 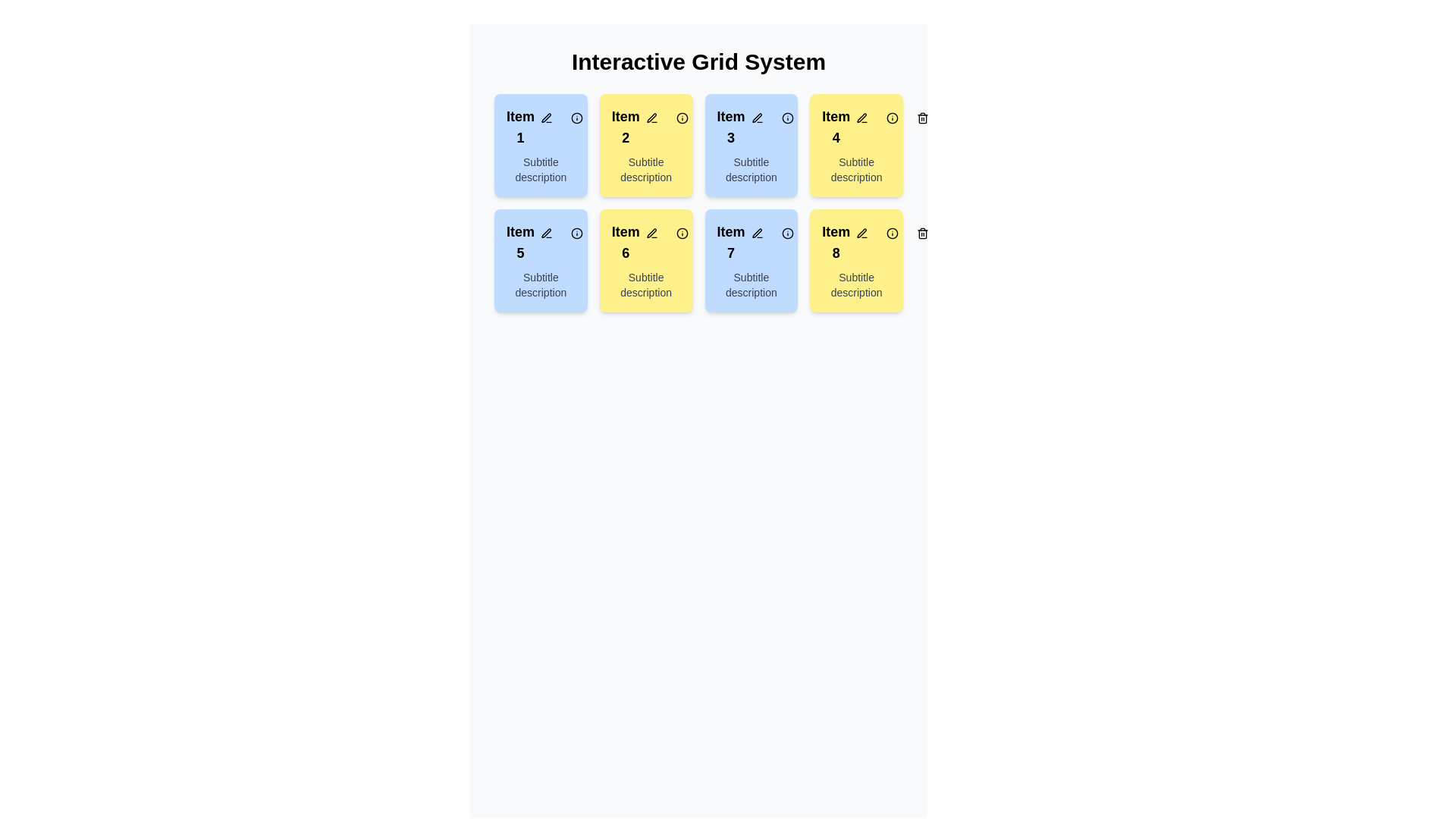 What do you see at coordinates (681, 234) in the screenshot?
I see `the circular icon button located to the right of the small pencil icon within the 'Item 6' card` at bounding box center [681, 234].